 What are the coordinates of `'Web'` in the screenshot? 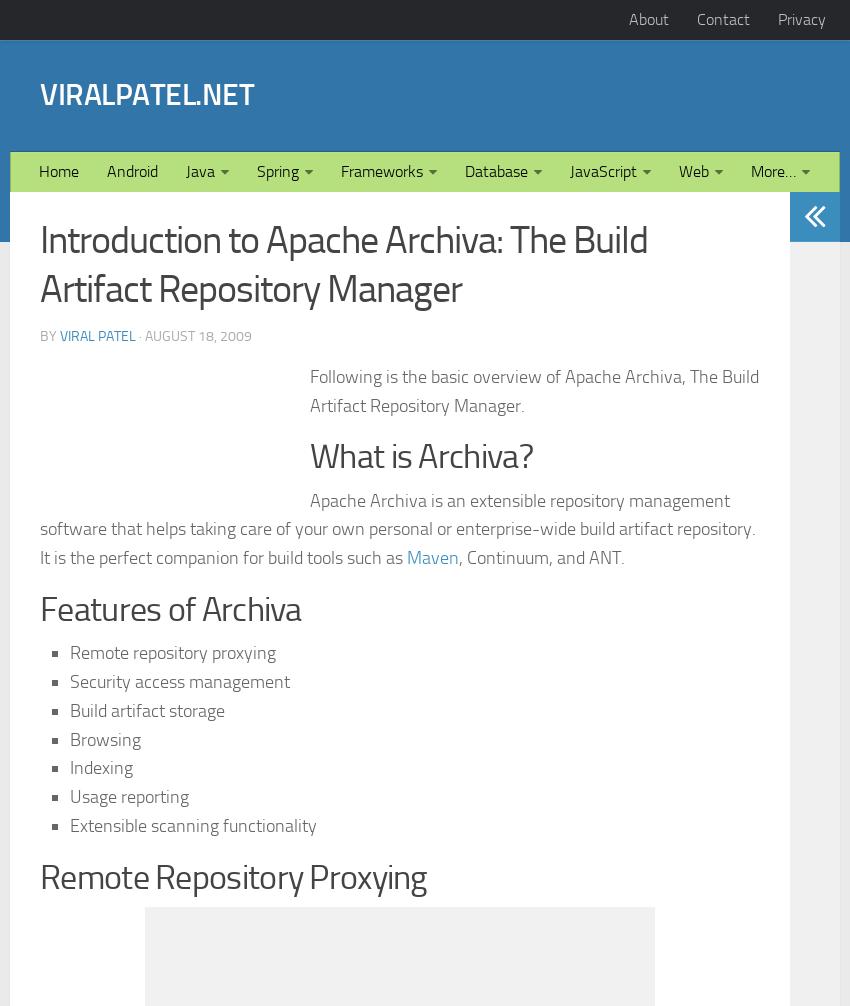 It's located at (693, 450).